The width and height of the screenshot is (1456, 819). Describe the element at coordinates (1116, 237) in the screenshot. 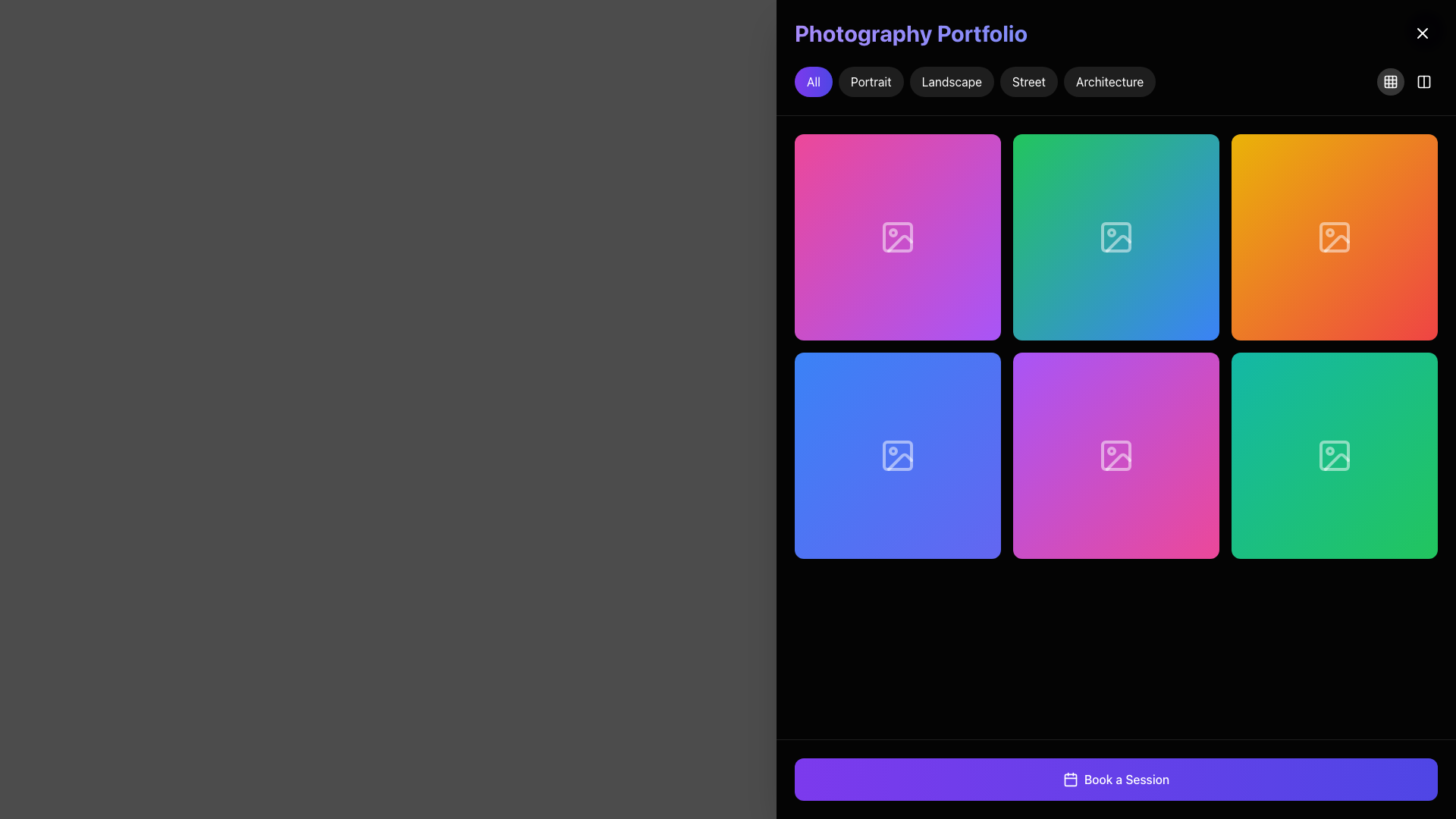

I see `the landscape photograph icon, which is a 24x24-pixel SVG image located in the third column of the first row within a 3x2 grid layout` at that location.